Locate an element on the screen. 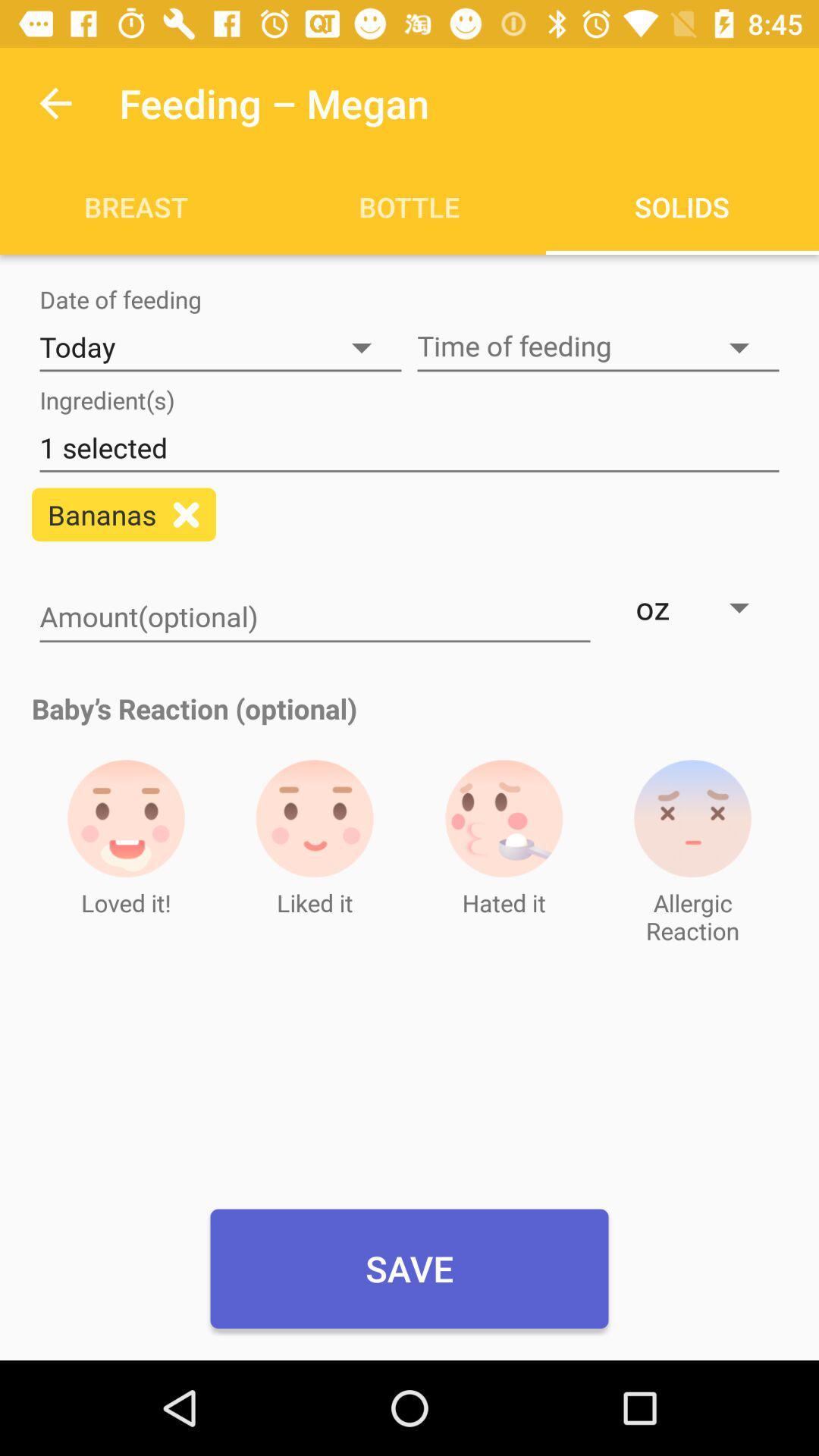  feeding time is located at coordinates (598, 347).